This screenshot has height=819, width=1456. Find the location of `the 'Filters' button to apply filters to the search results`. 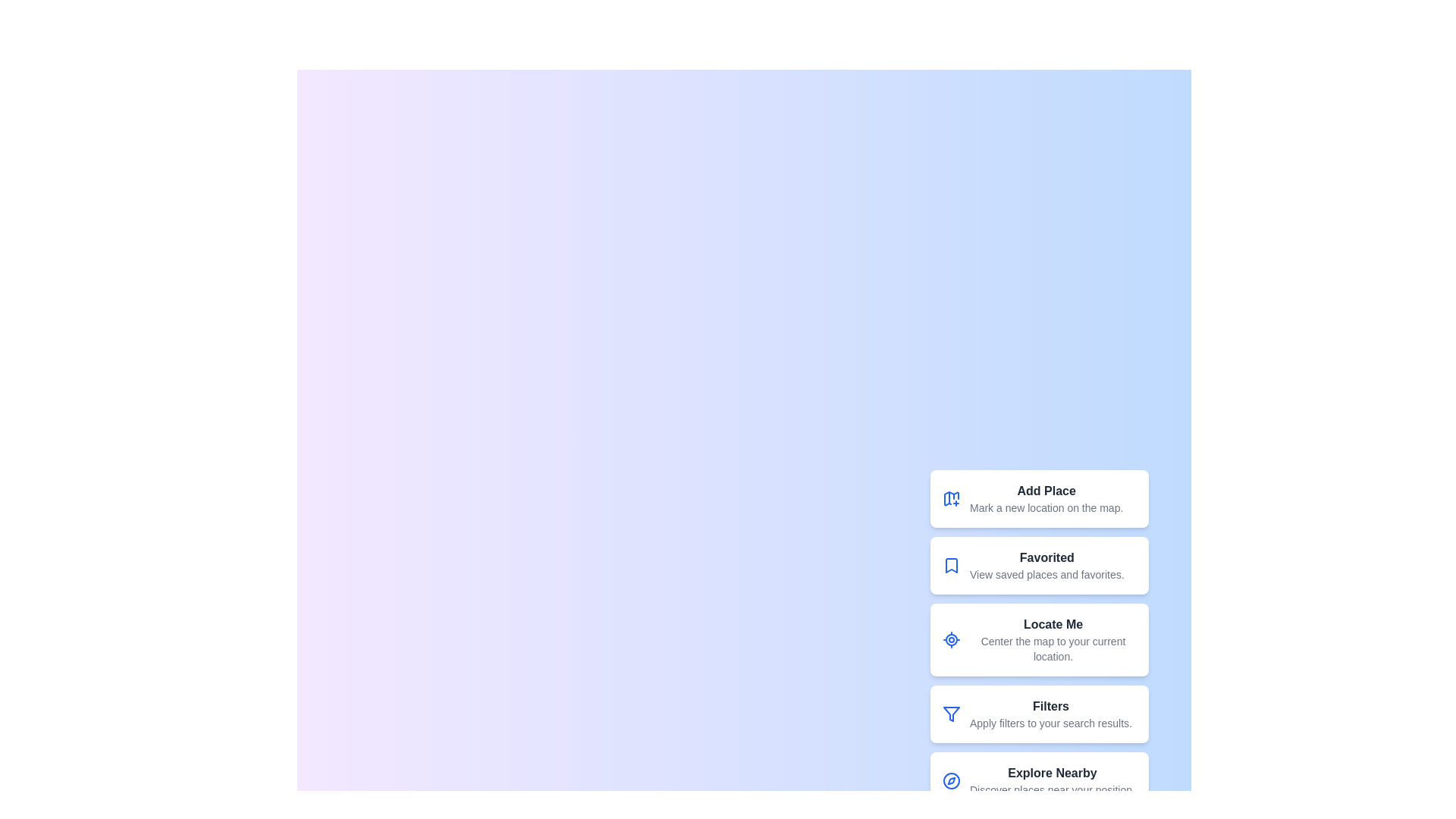

the 'Filters' button to apply filters to the search results is located at coordinates (1050, 714).